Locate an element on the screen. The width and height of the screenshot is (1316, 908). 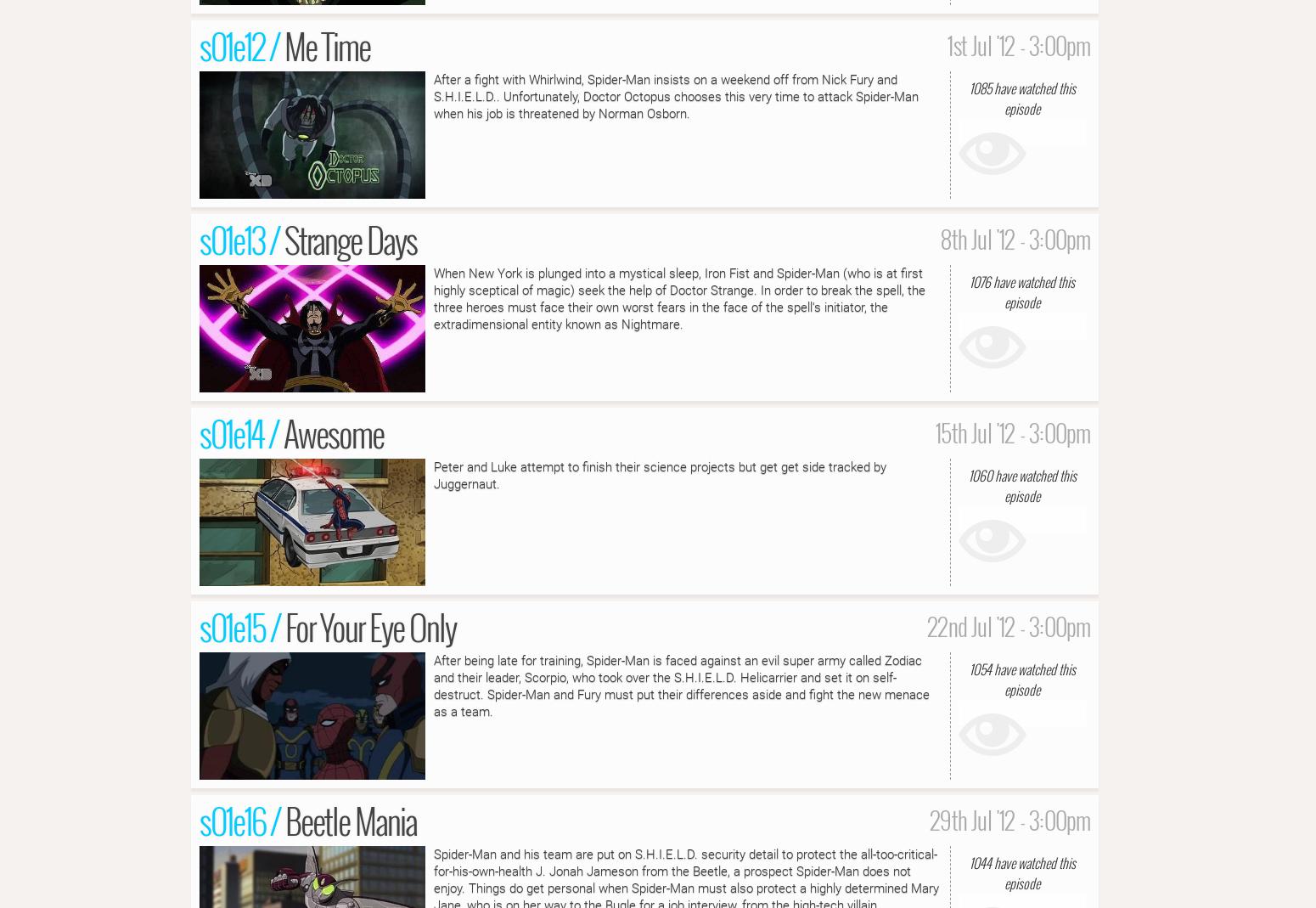
'22nd Jul '12 - 3:00pm' is located at coordinates (1009, 624).